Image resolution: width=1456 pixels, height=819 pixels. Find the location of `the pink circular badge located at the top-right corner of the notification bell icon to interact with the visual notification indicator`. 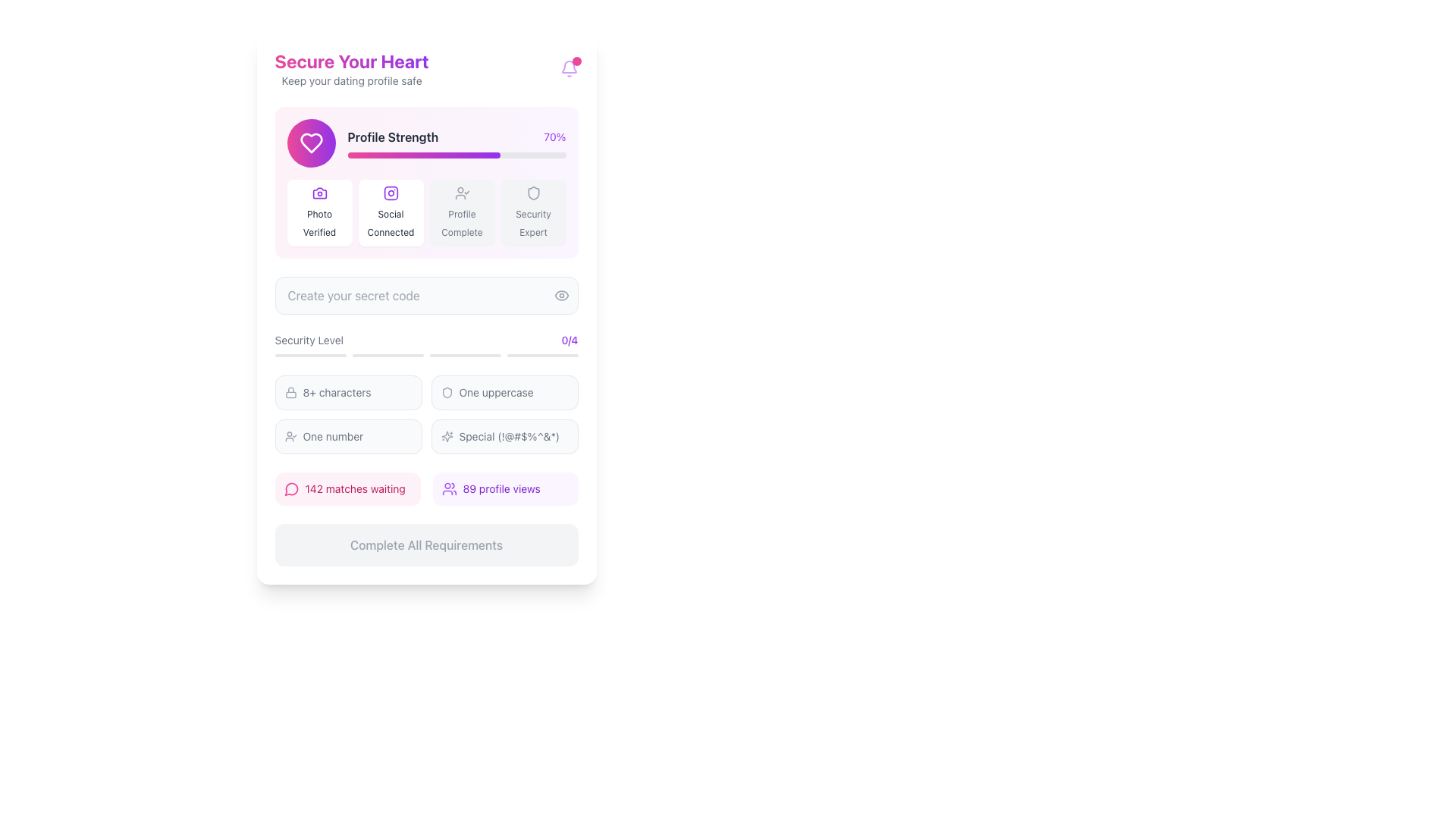

the pink circular badge located at the top-right corner of the notification bell icon to interact with the visual notification indicator is located at coordinates (576, 61).